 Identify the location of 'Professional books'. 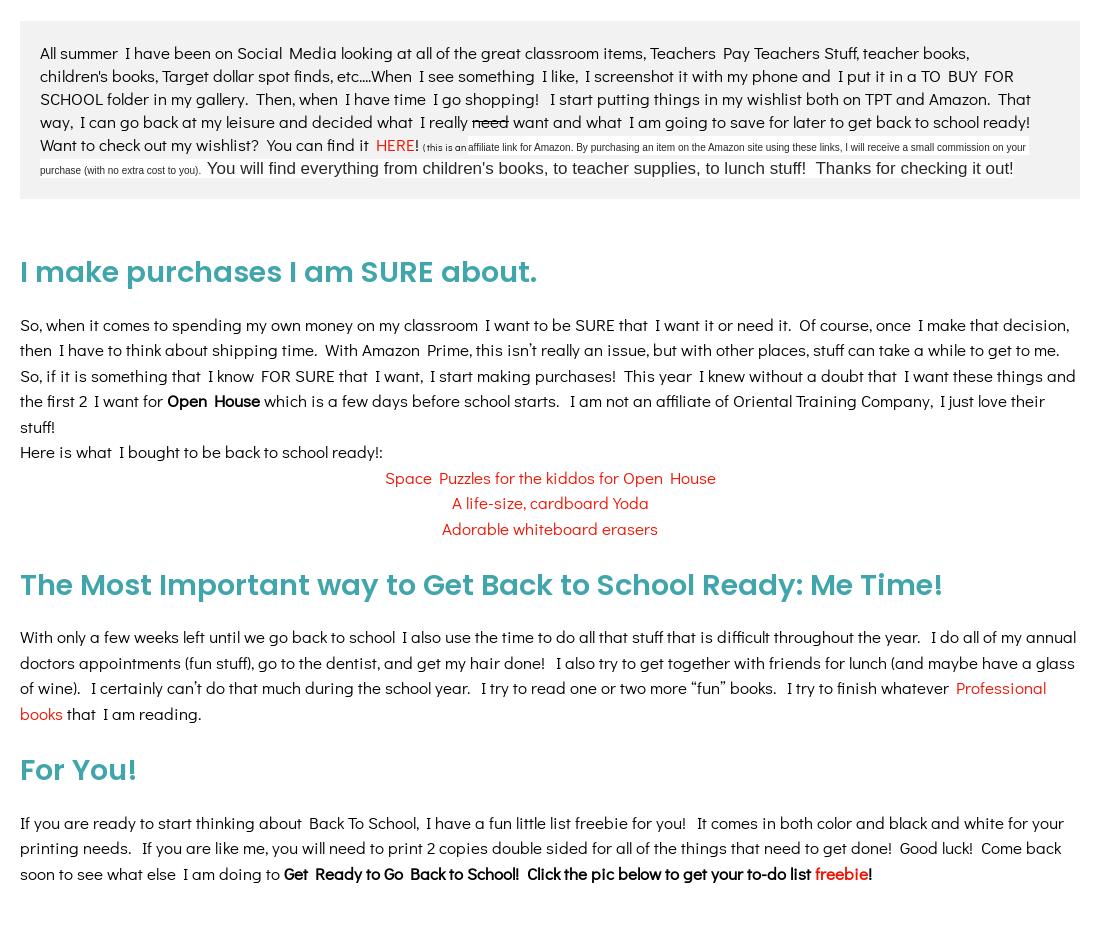
(531, 529).